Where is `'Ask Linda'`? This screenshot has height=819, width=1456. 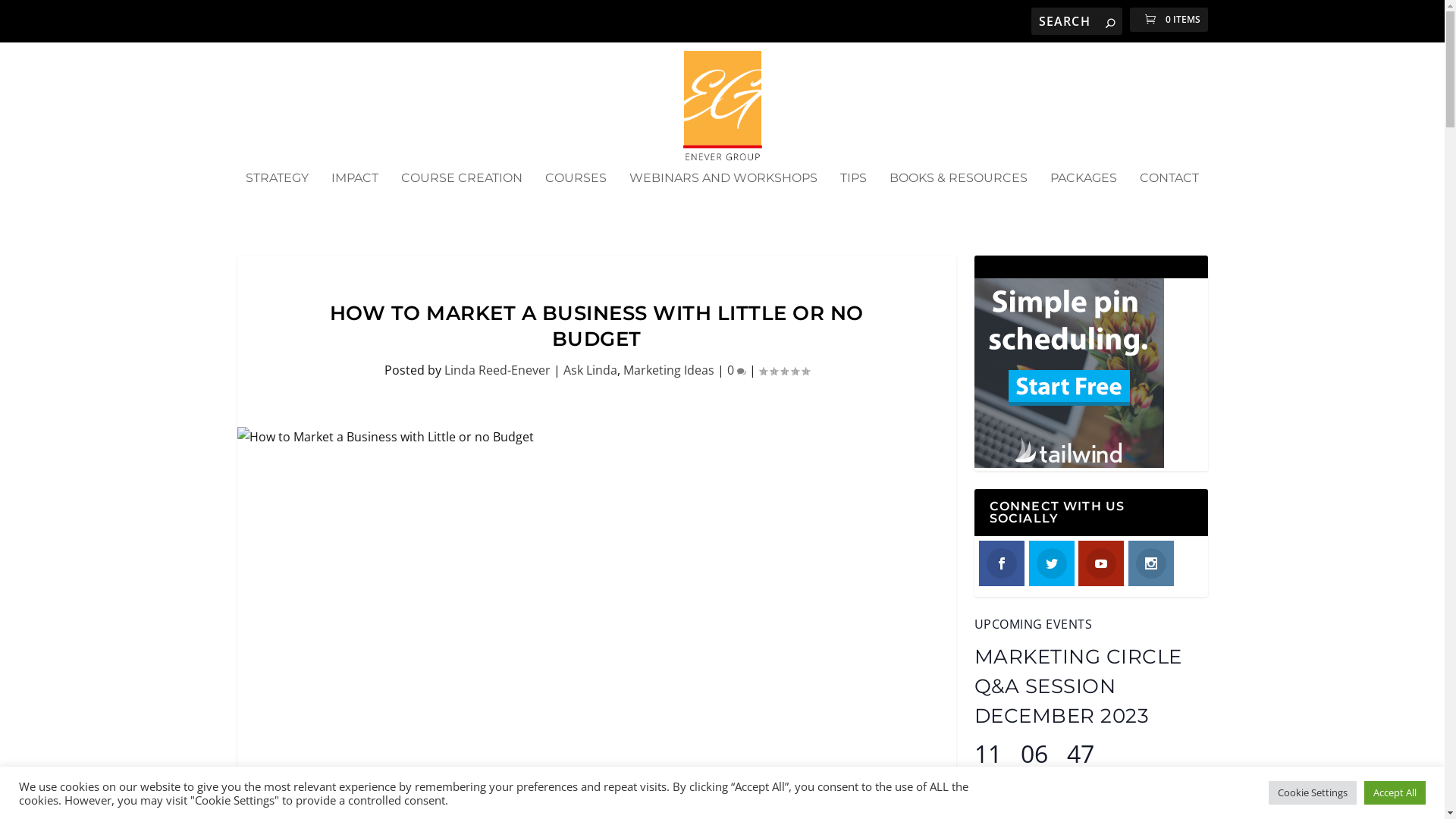 'Ask Linda' is located at coordinates (588, 370).